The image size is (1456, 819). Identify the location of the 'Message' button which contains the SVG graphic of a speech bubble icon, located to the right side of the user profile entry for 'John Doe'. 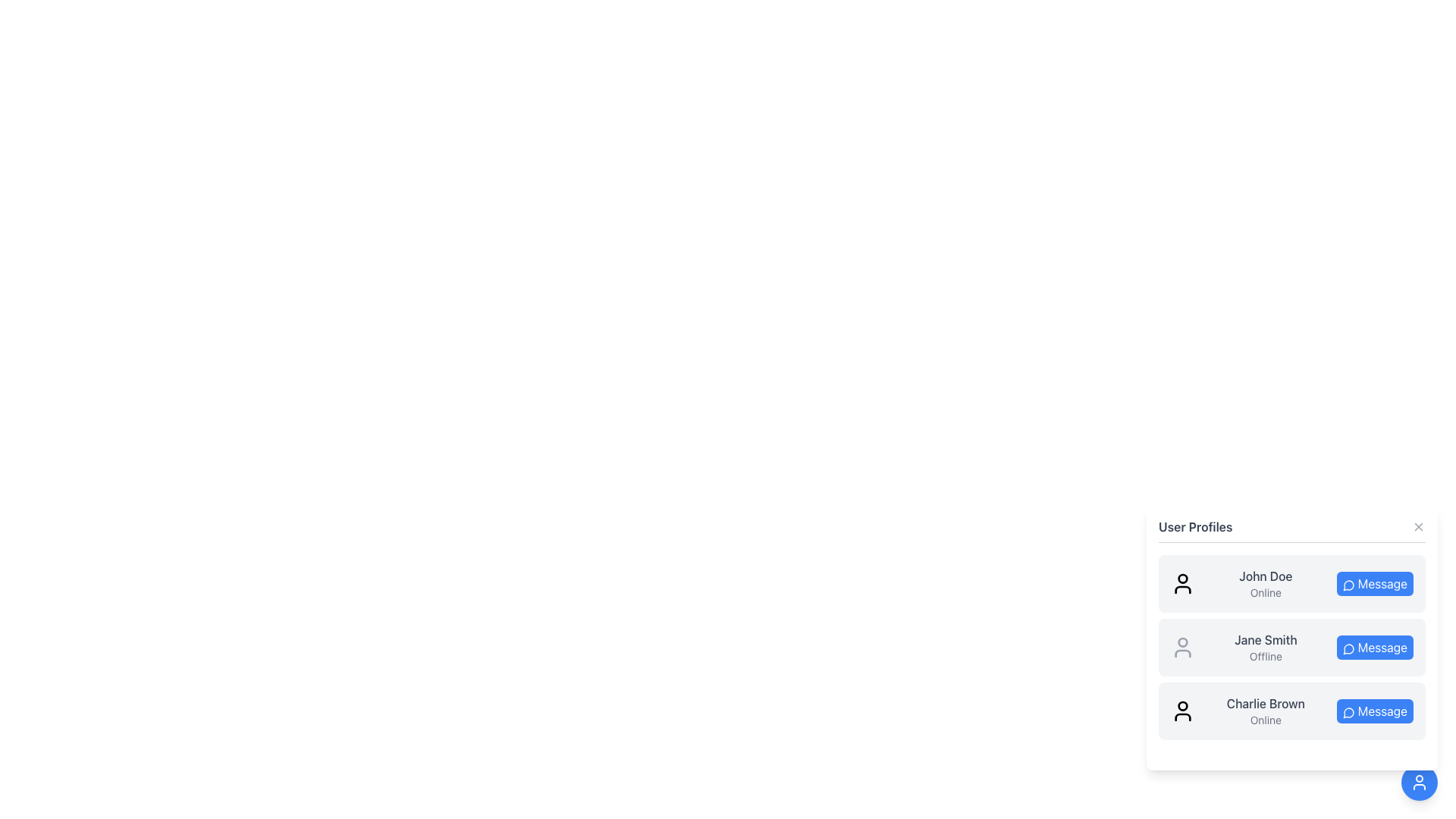
(1348, 584).